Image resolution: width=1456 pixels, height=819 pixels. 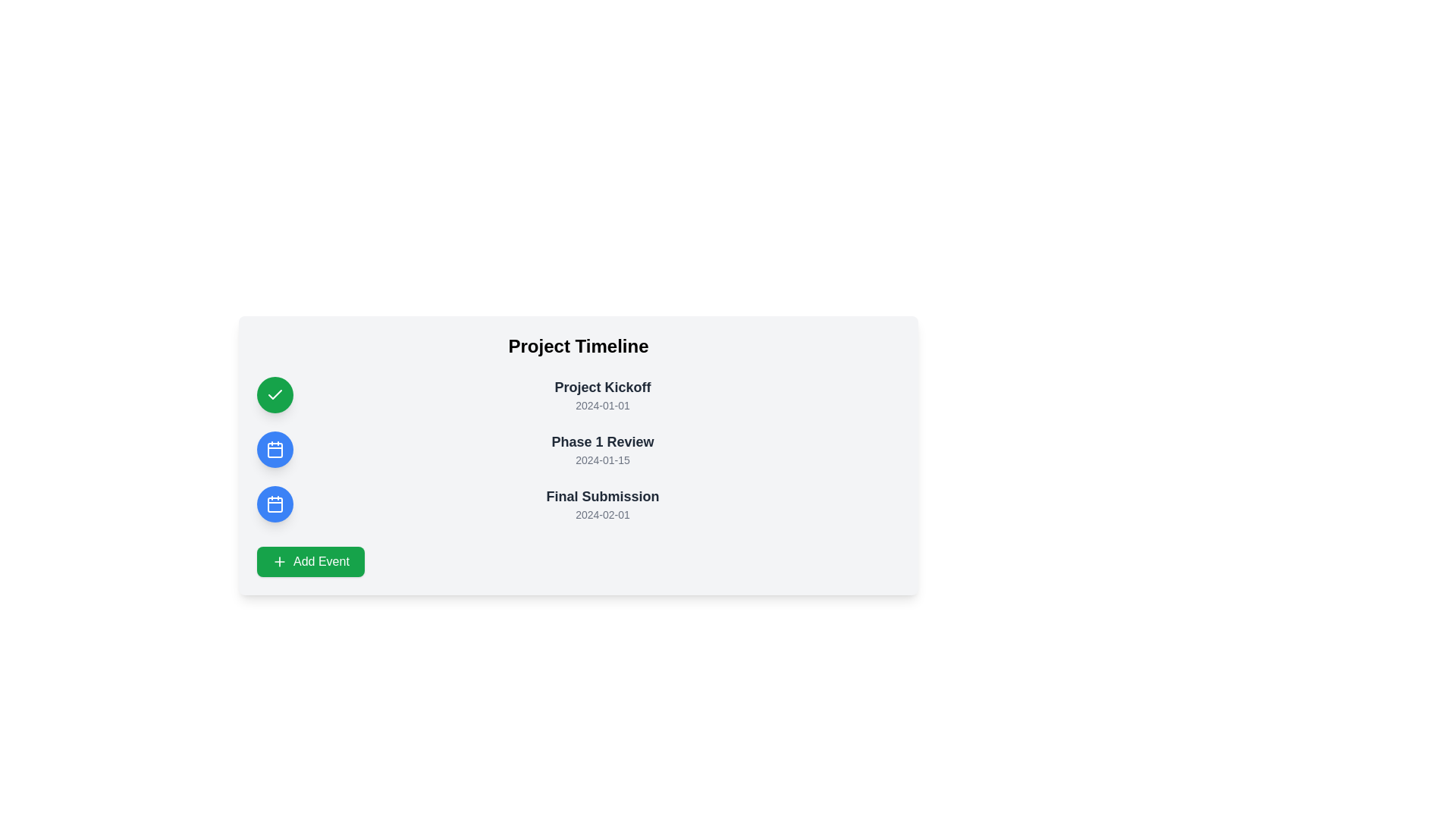 What do you see at coordinates (275, 394) in the screenshot?
I see `the topmost white checkmark icon enclosed within a green circular button on the left side of the interface` at bounding box center [275, 394].